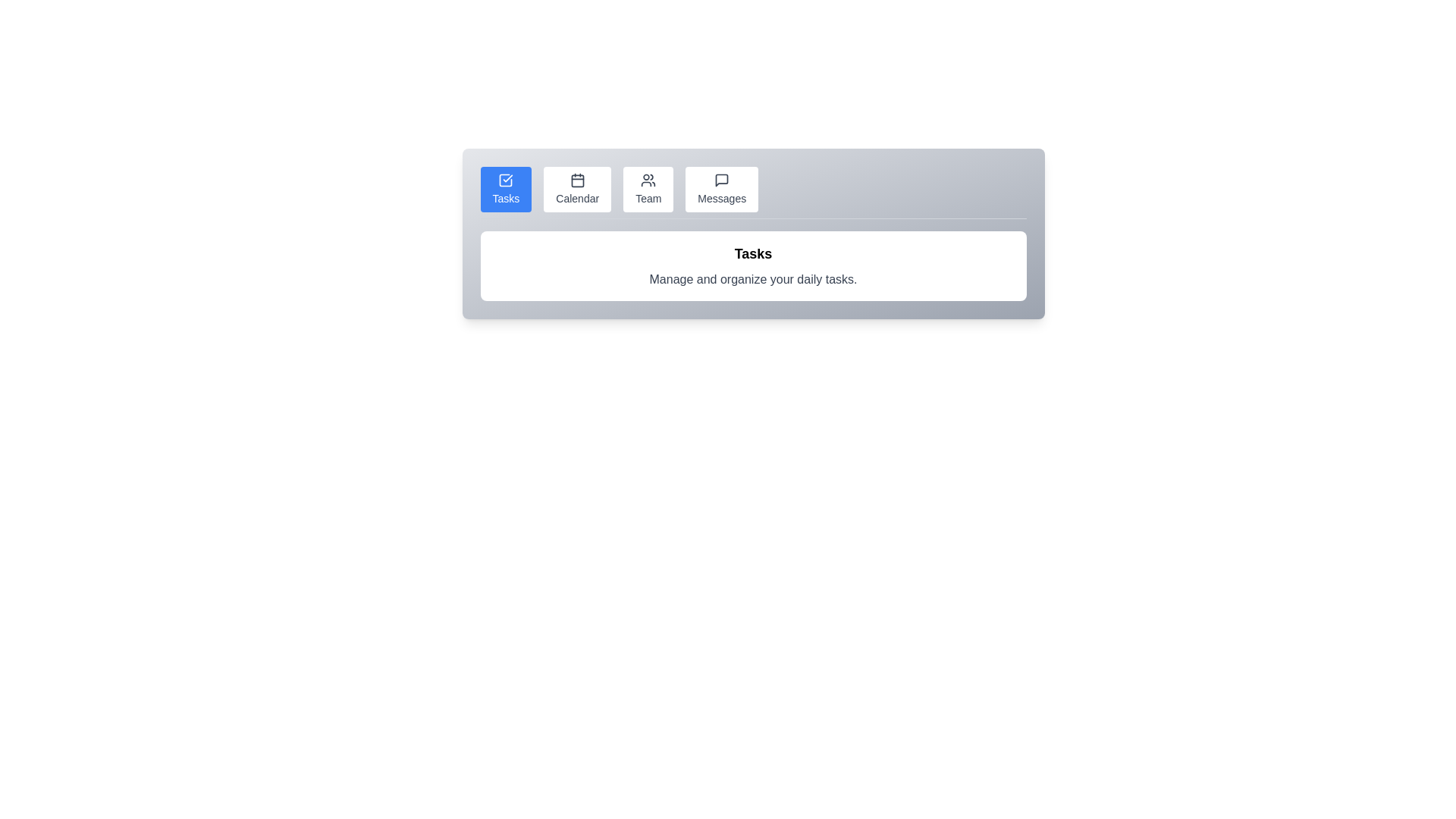 This screenshot has width=1456, height=819. What do you see at coordinates (648, 189) in the screenshot?
I see `the Team tab by clicking its button` at bounding box center [648, 189].